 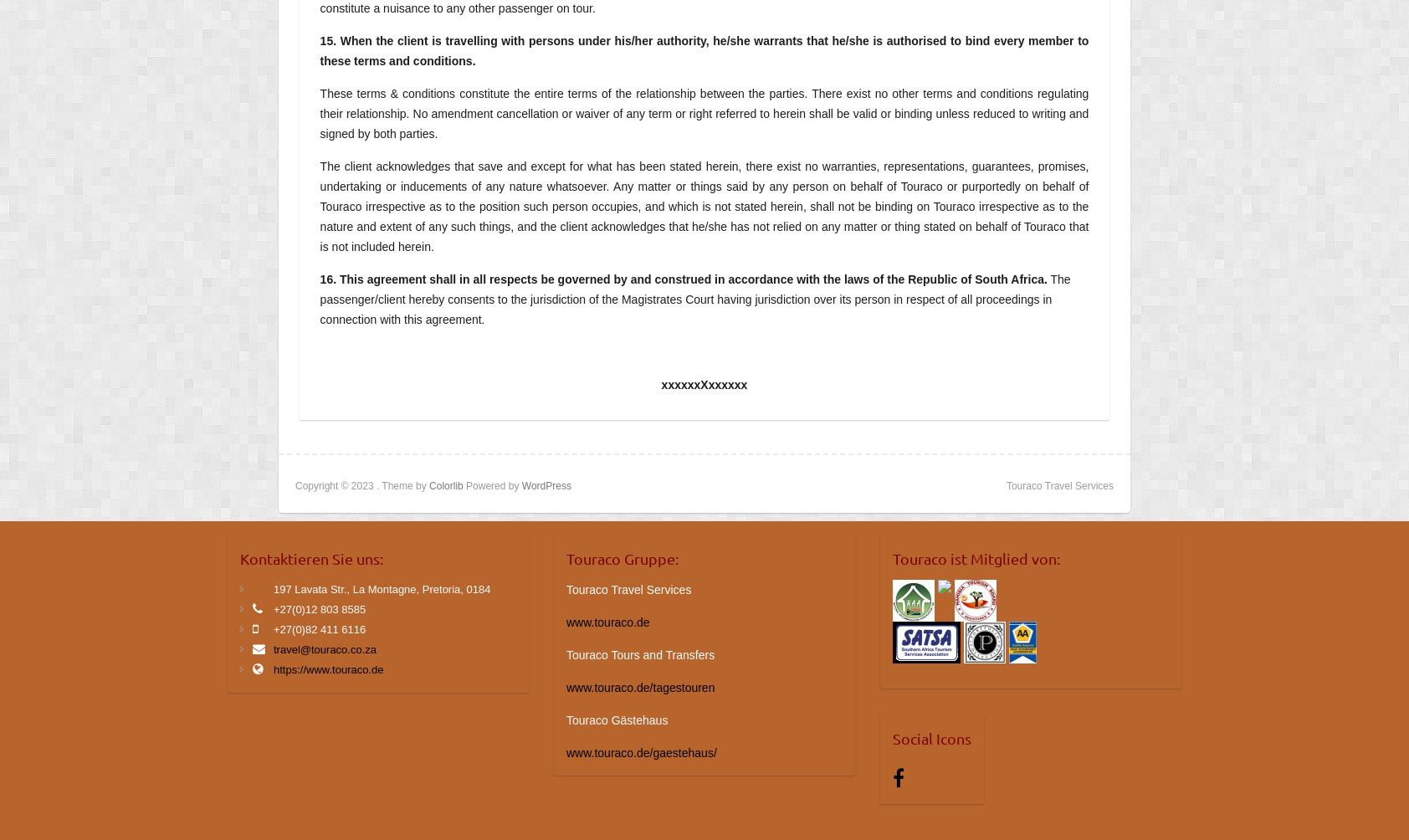 I want to click on 'Colorlib', so click(x=444, y=485).